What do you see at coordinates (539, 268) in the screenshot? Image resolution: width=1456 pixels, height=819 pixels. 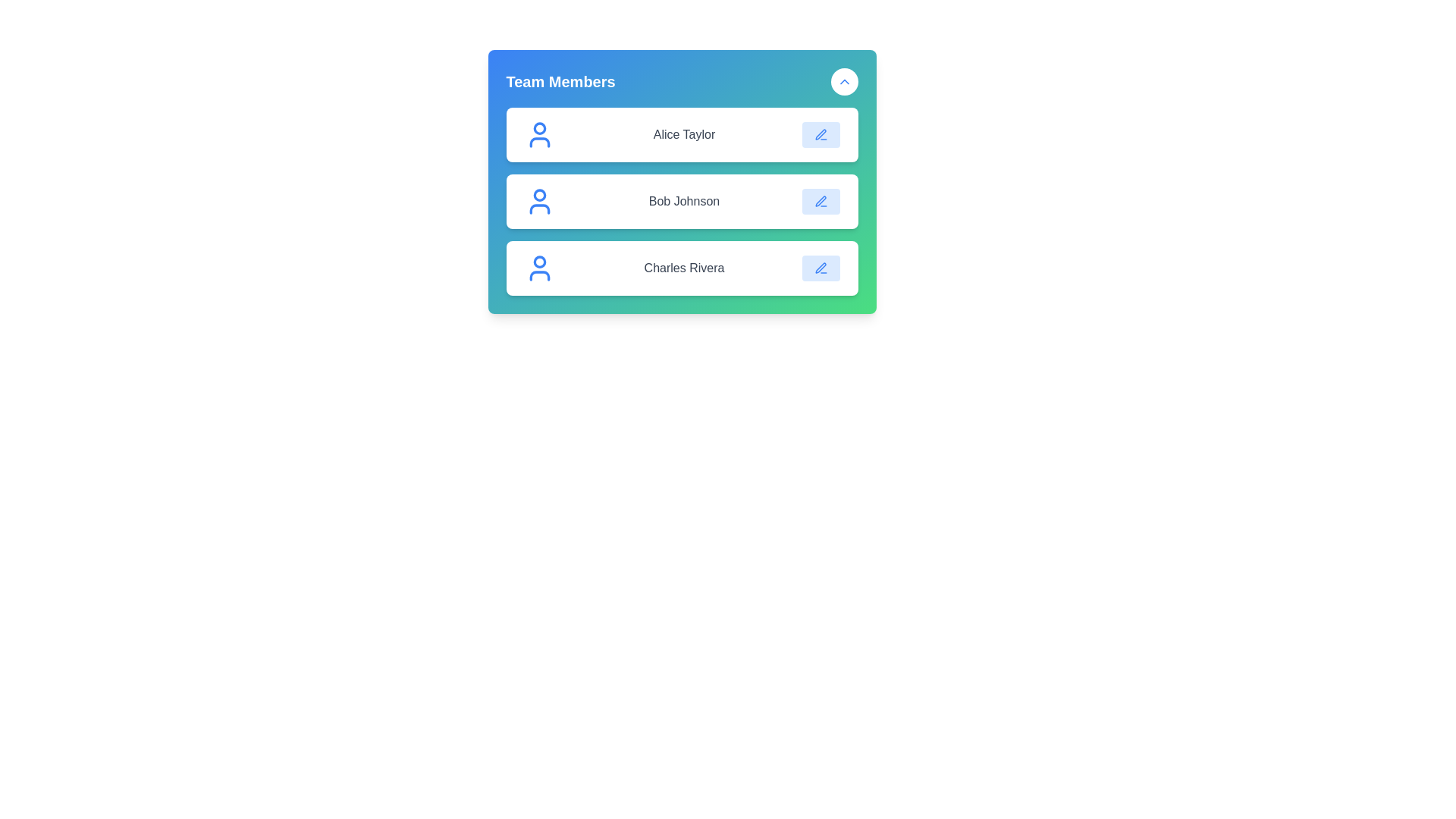 I see `the user icon next to the contact named Charles Rivera` at bounding box center [539, 268].